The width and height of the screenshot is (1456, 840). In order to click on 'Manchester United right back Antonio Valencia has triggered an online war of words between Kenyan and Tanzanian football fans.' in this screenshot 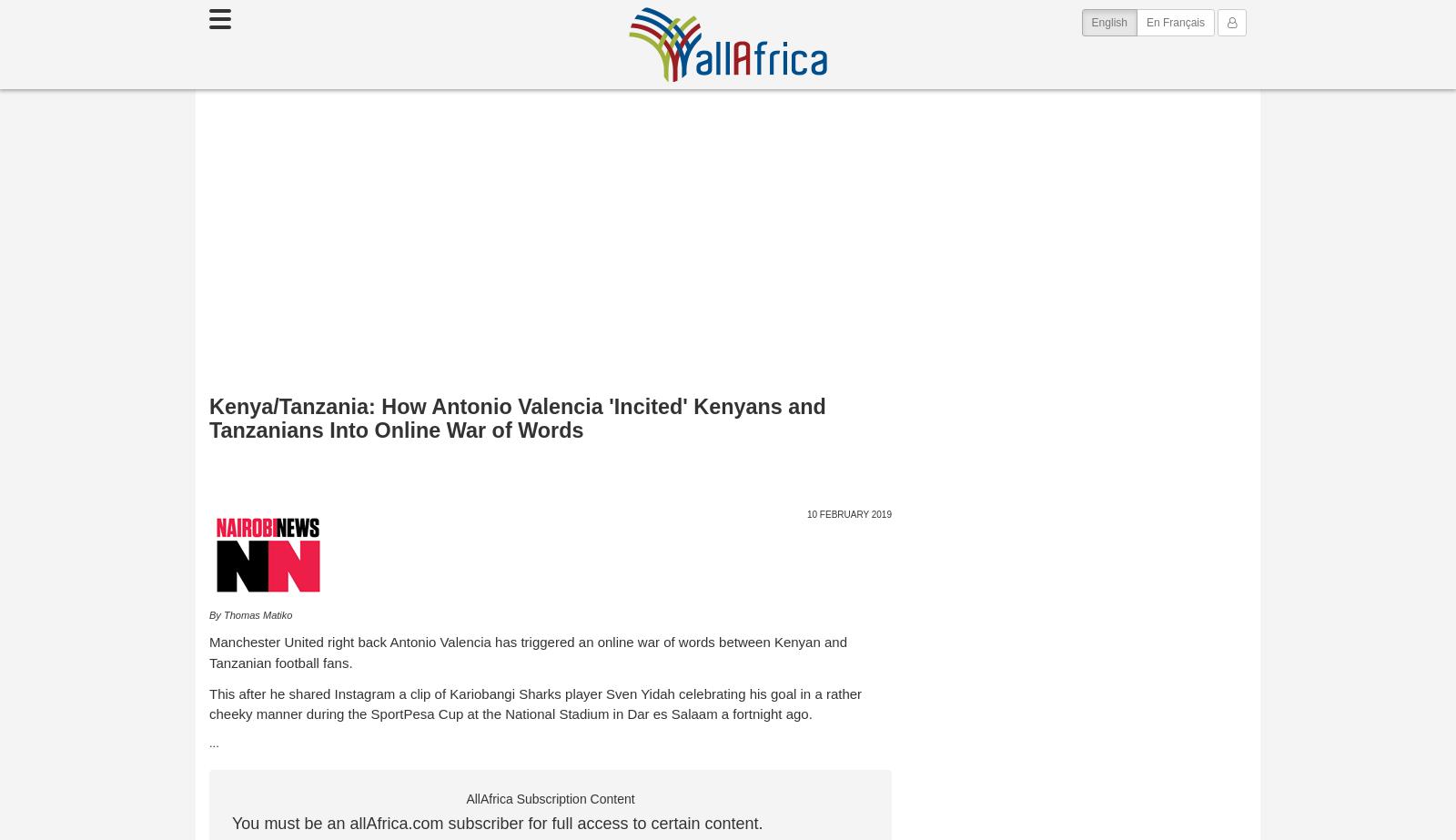, I will do `click(527, 651)`.